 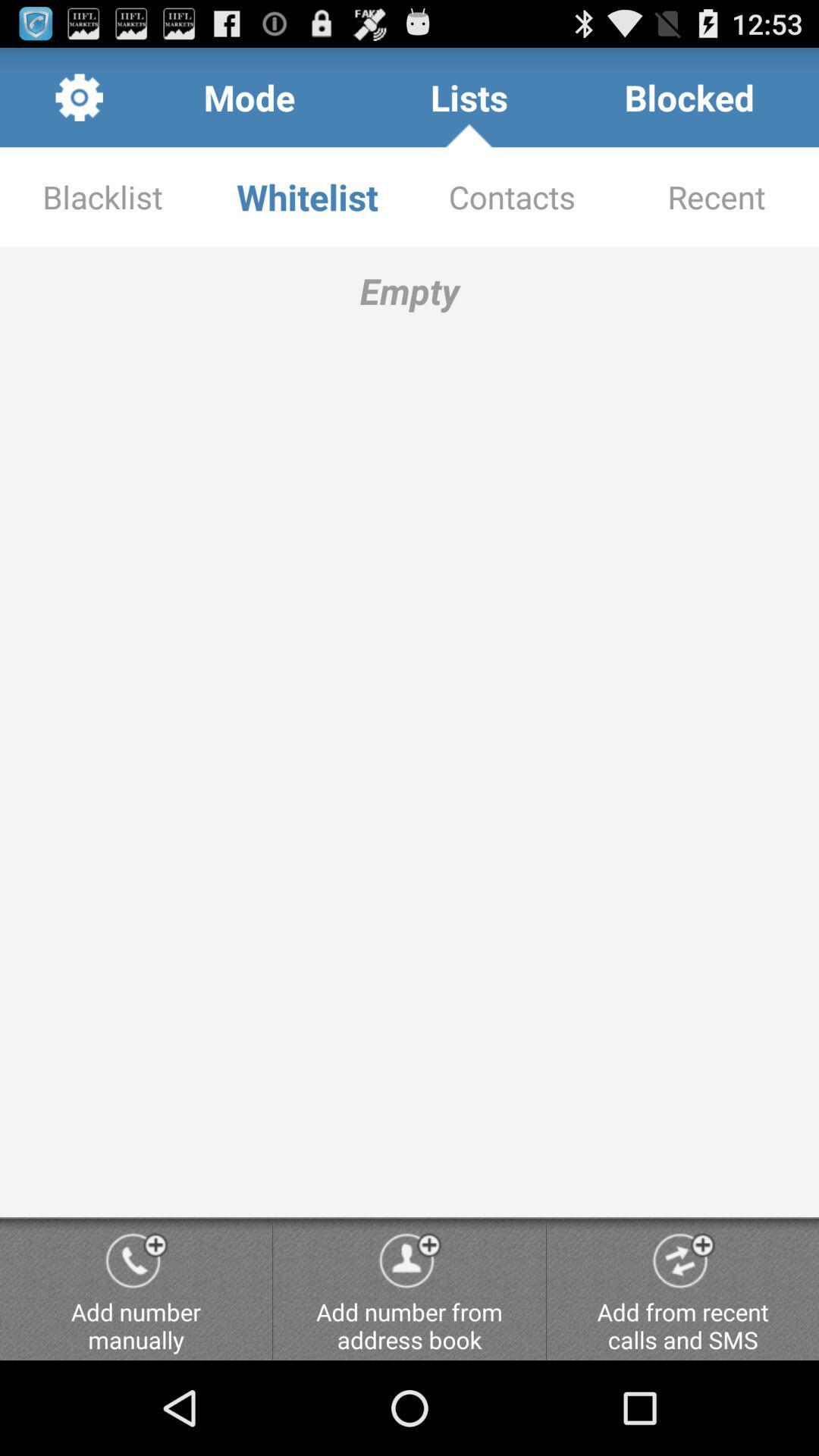 I want to click on the icon to the left of the blocked icon, so click(x=469, y=96).